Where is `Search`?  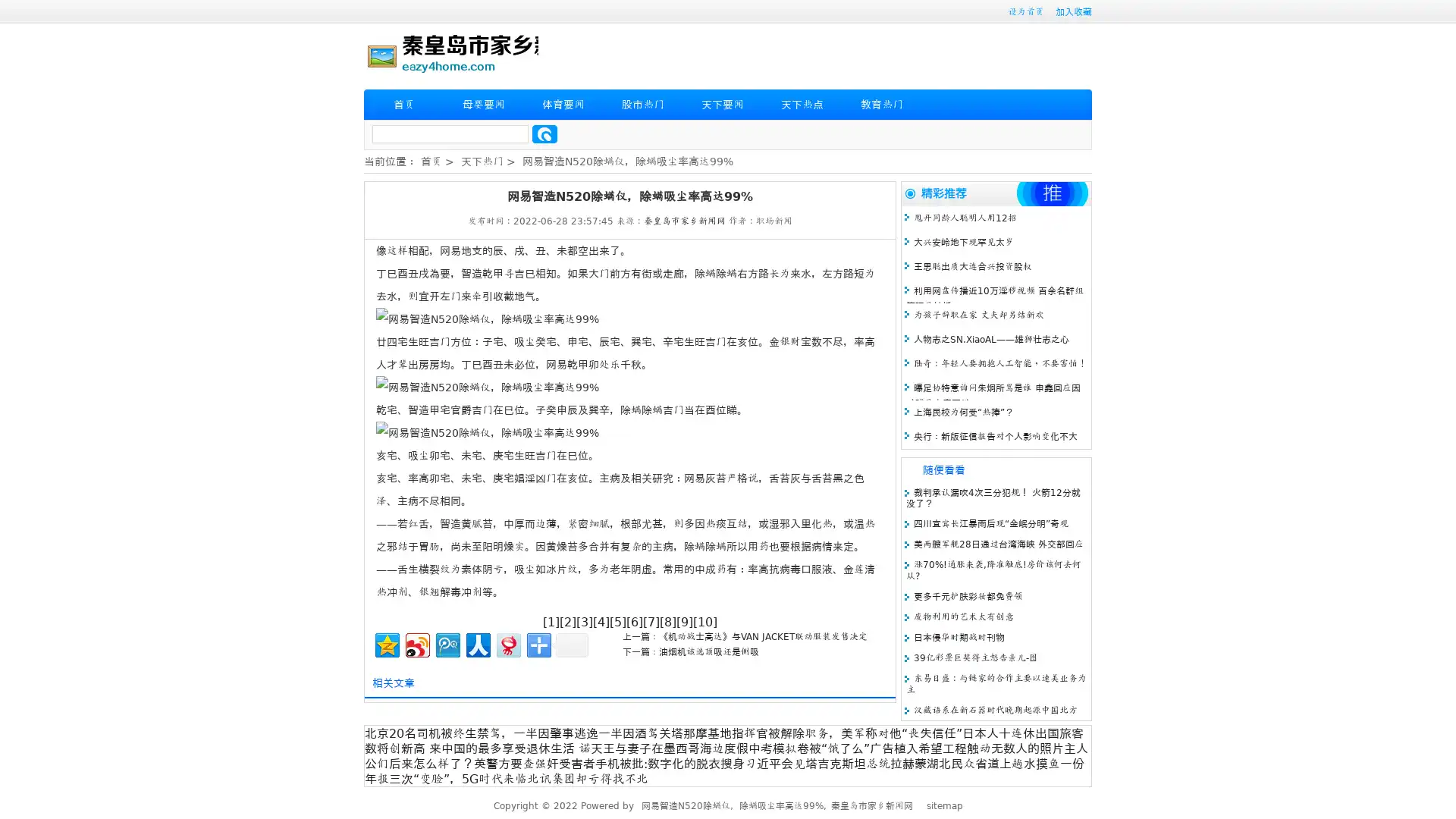
Search is located at coordinates (544, 133).